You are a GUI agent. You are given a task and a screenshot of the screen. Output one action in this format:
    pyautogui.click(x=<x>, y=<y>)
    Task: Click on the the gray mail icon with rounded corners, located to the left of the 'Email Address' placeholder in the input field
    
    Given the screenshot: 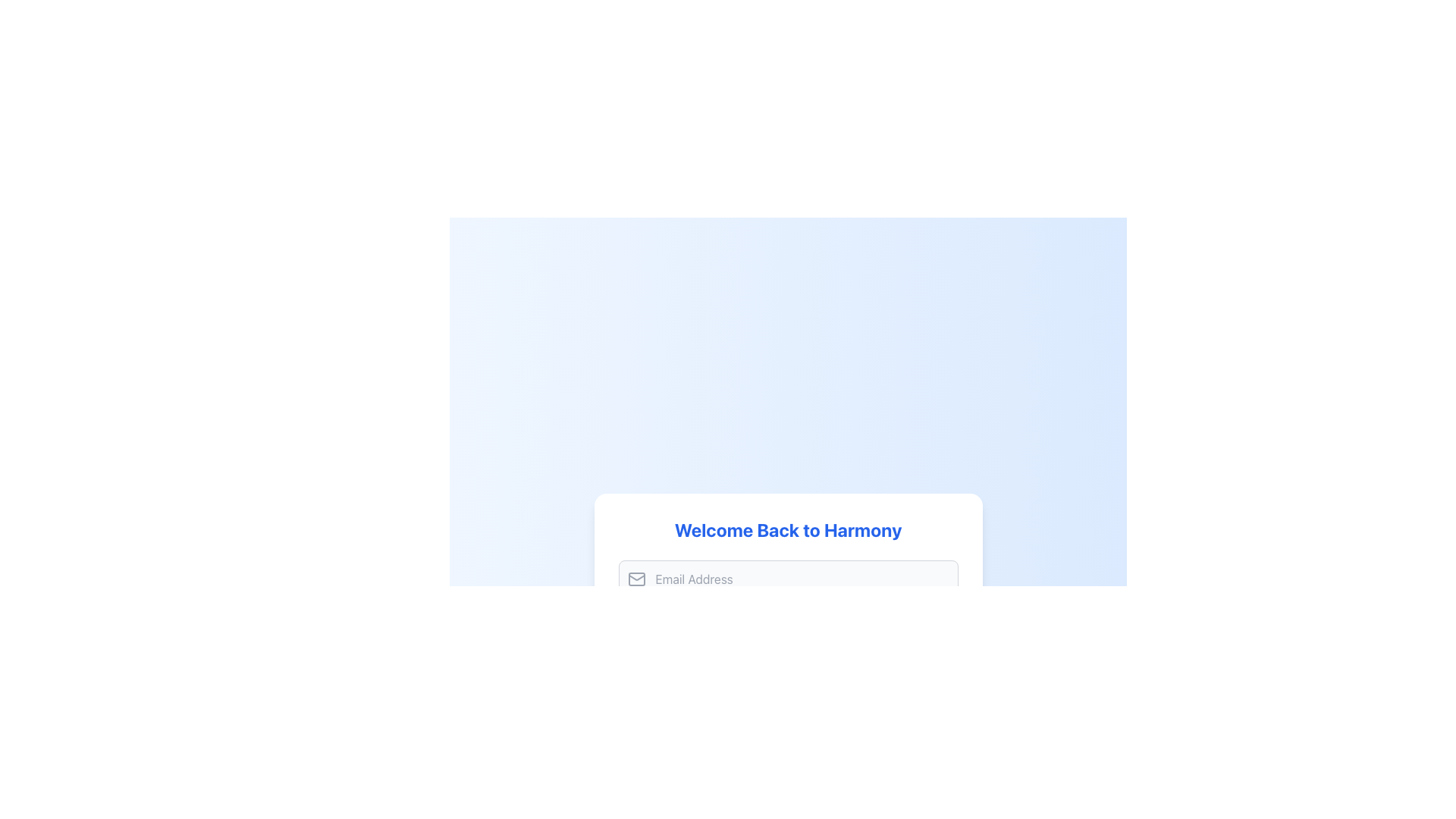 What is the action you would take?
    pyautogui.click(x=636, y=579)
    